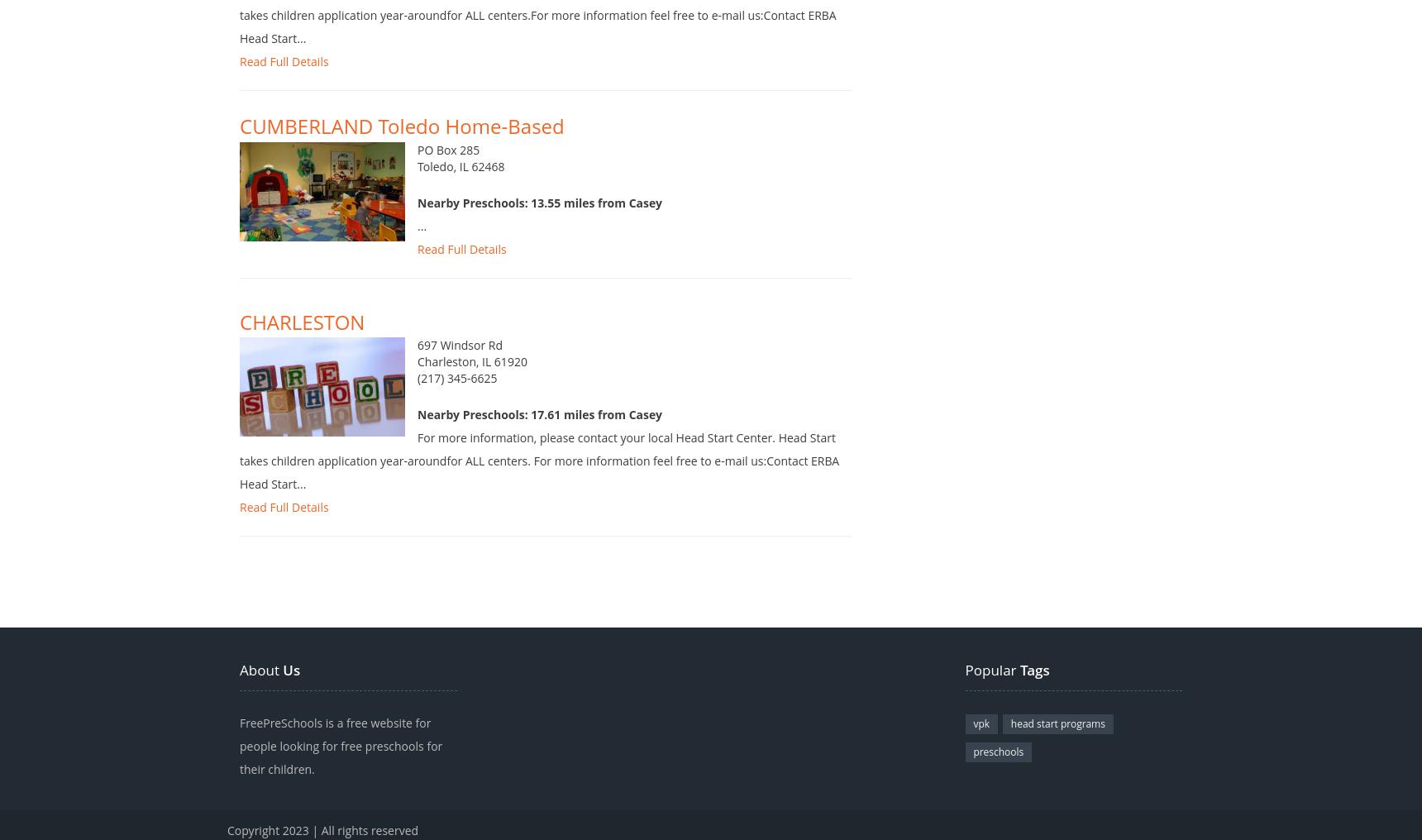 This screenshot has width=1422, height=840. What do you see at coordinates (460, 184) in the screenshot?
I see `'Toledo, IL 62468'` at bounding box center [460, 184].